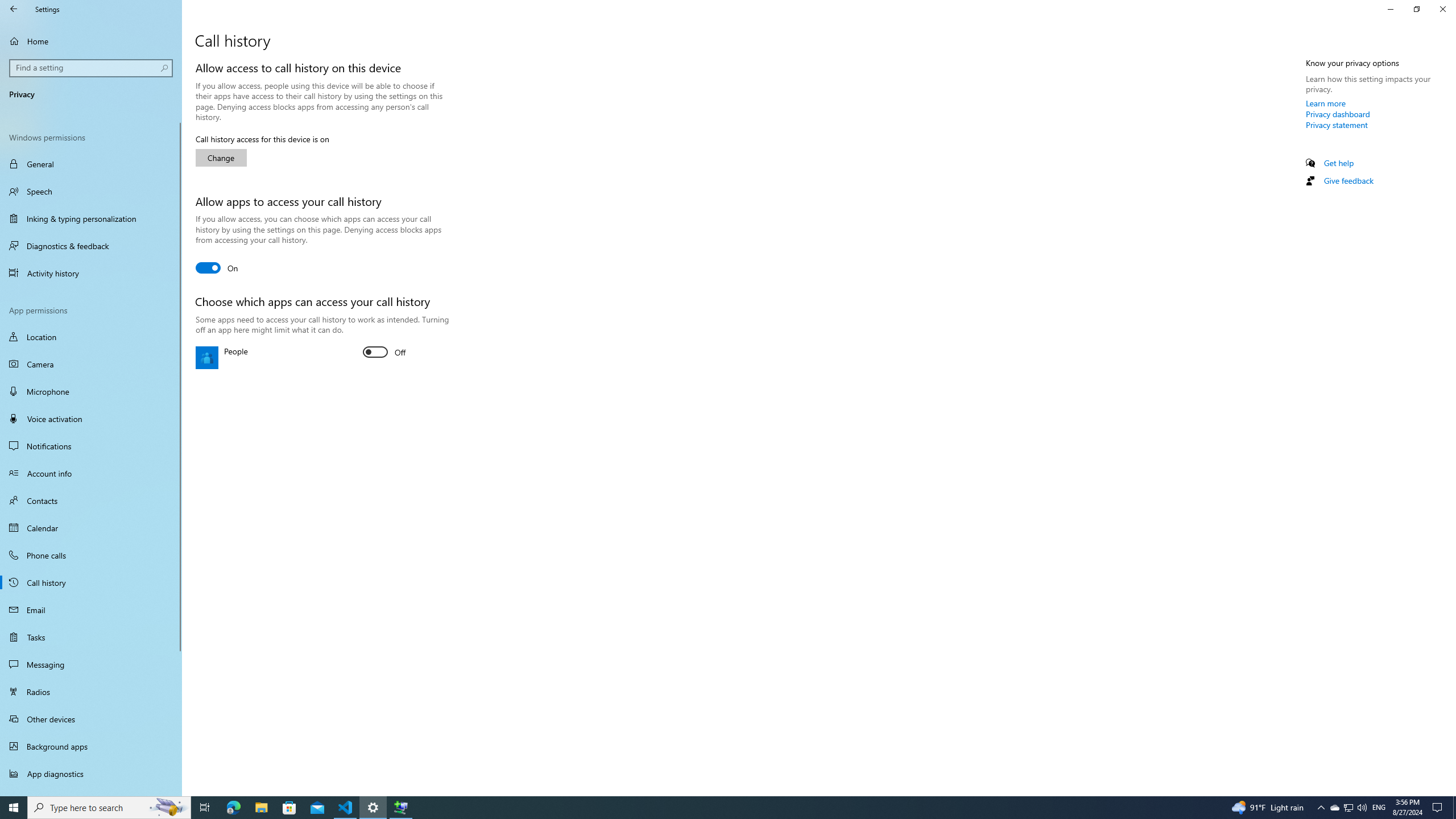 This screenshot has height=819, width=1456. Describe the element at coordinates (90, 191) in the screenshot. I see `'Speech'` at that location.